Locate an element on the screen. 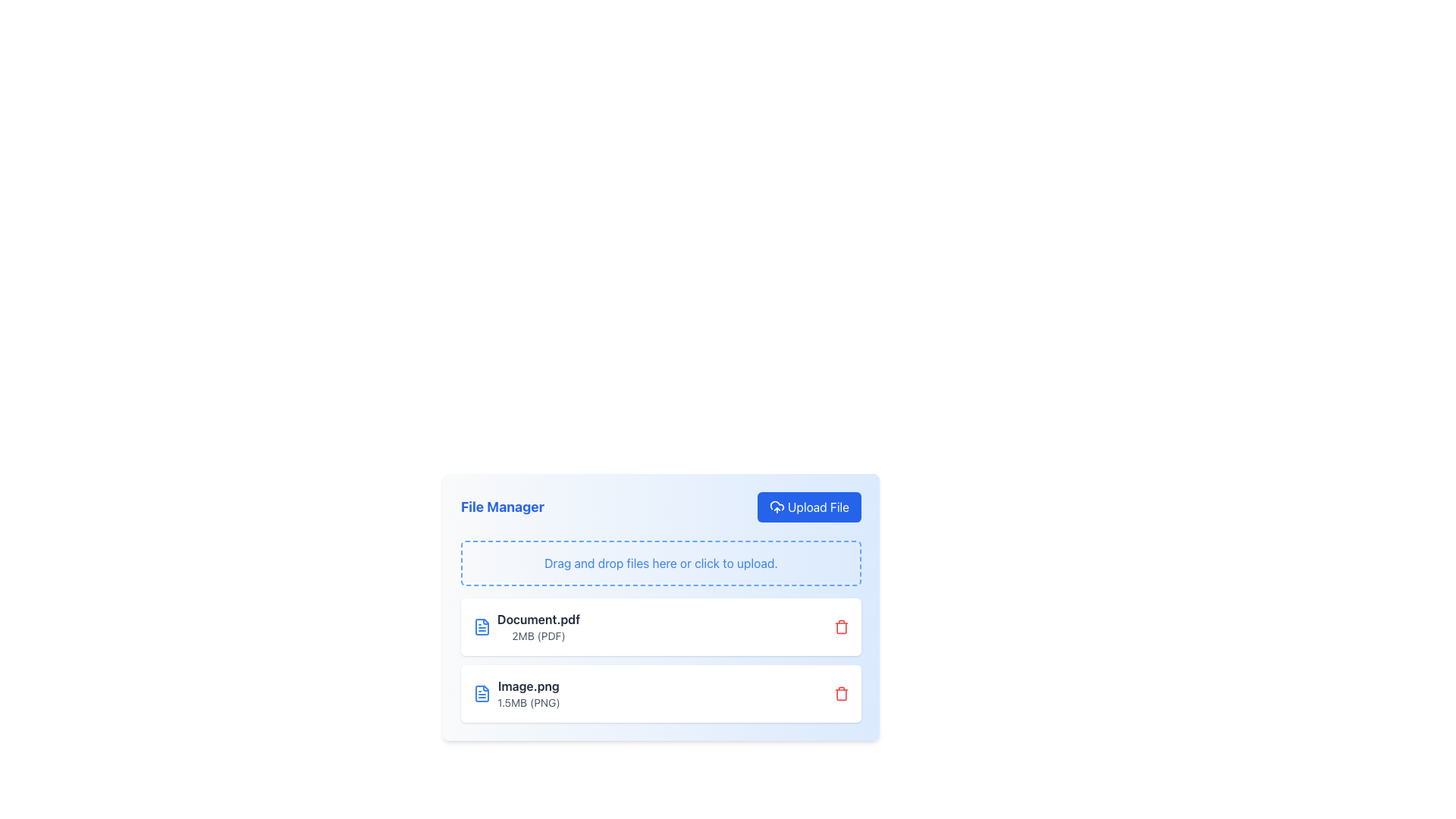 This screenshot has width=1456, height=819. the red trash icon located on the right side of the file entry labeled 'Image.png 1.5MB (PNG)' is located at coordinates (840, 693).